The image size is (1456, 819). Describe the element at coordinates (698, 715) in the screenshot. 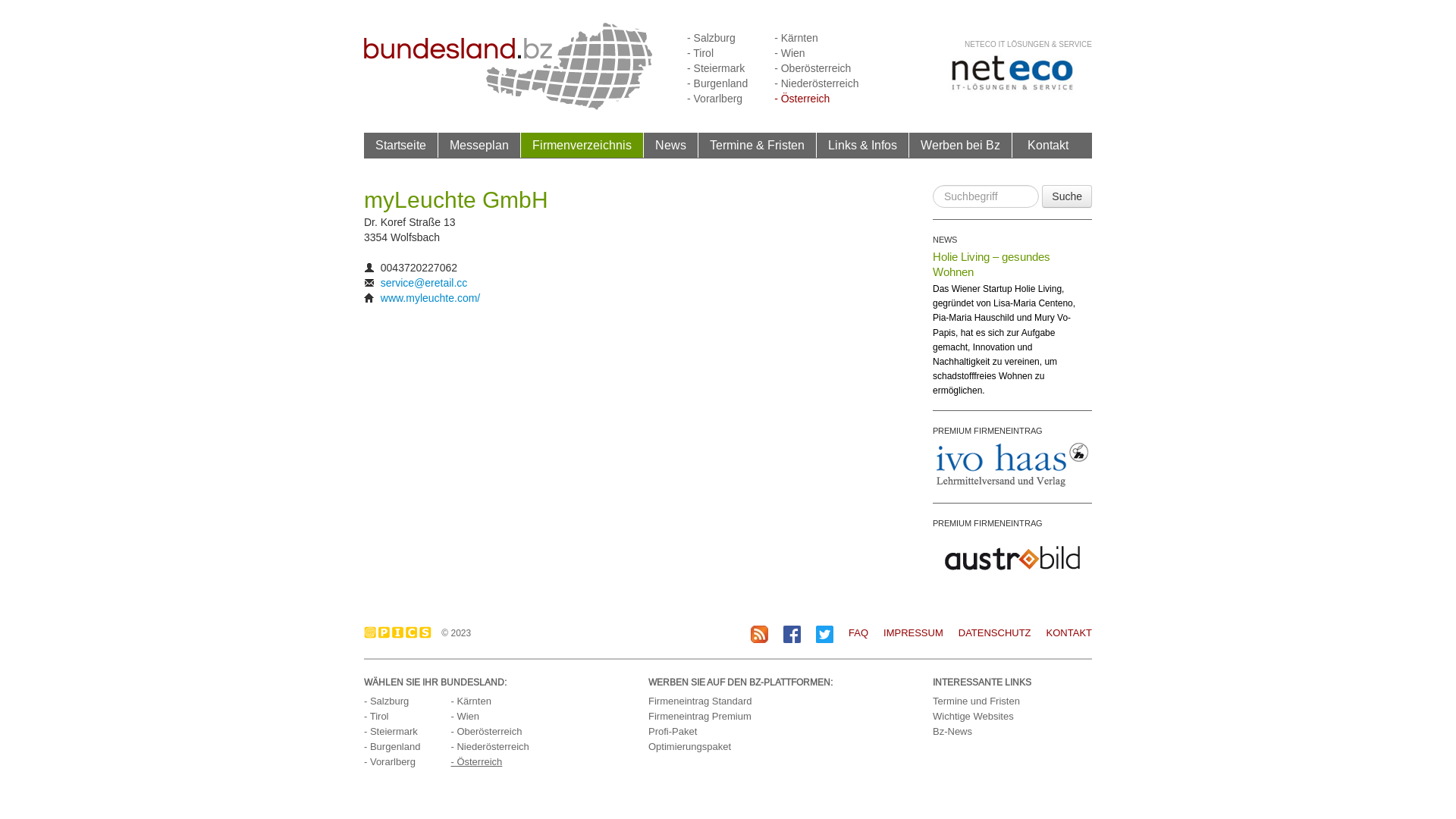

I see `'Firmeneintrag Premium'` at that location.